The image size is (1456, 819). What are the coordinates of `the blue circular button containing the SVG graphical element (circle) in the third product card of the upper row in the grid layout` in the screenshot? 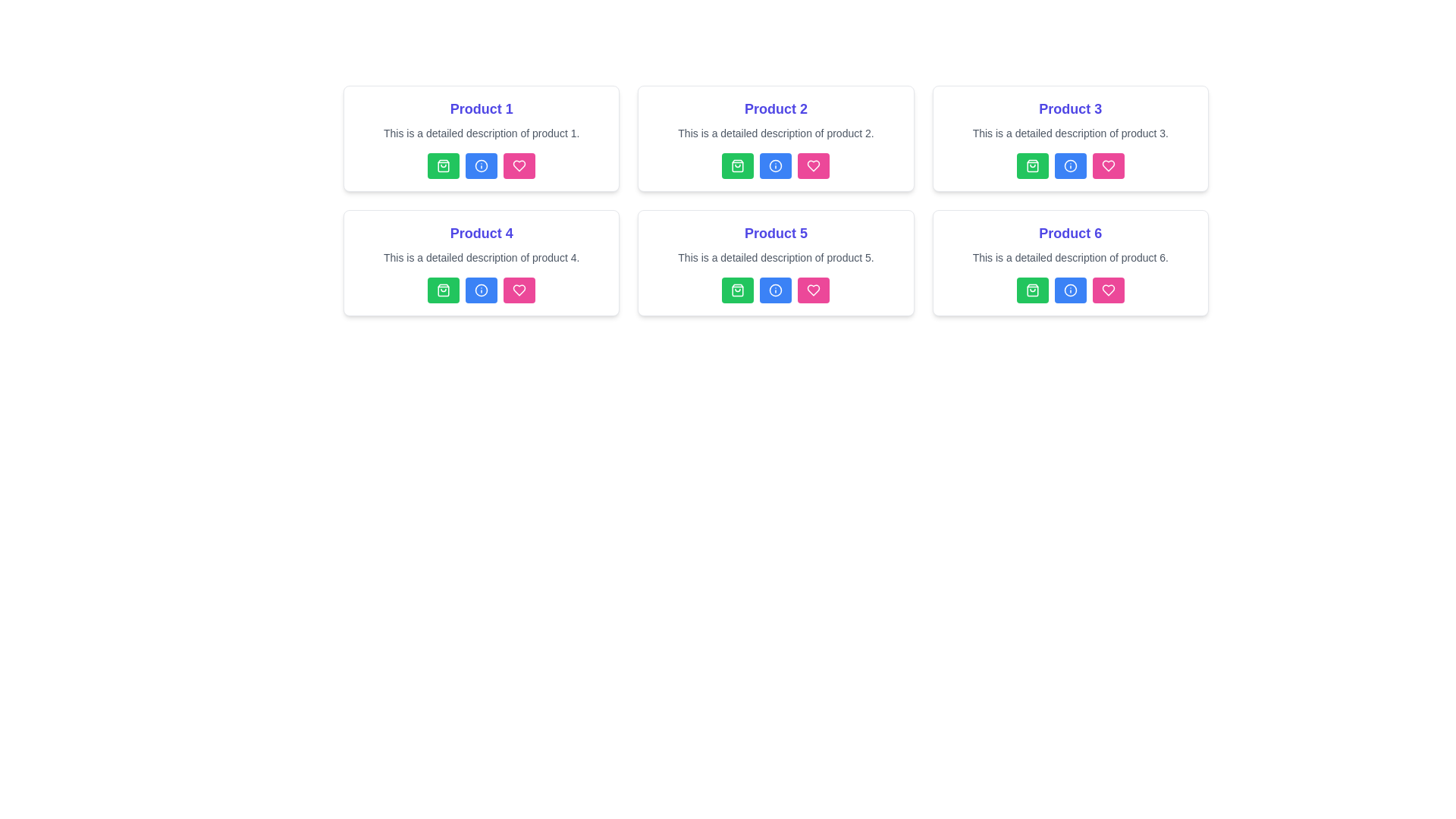 It's located at (1069, 166).